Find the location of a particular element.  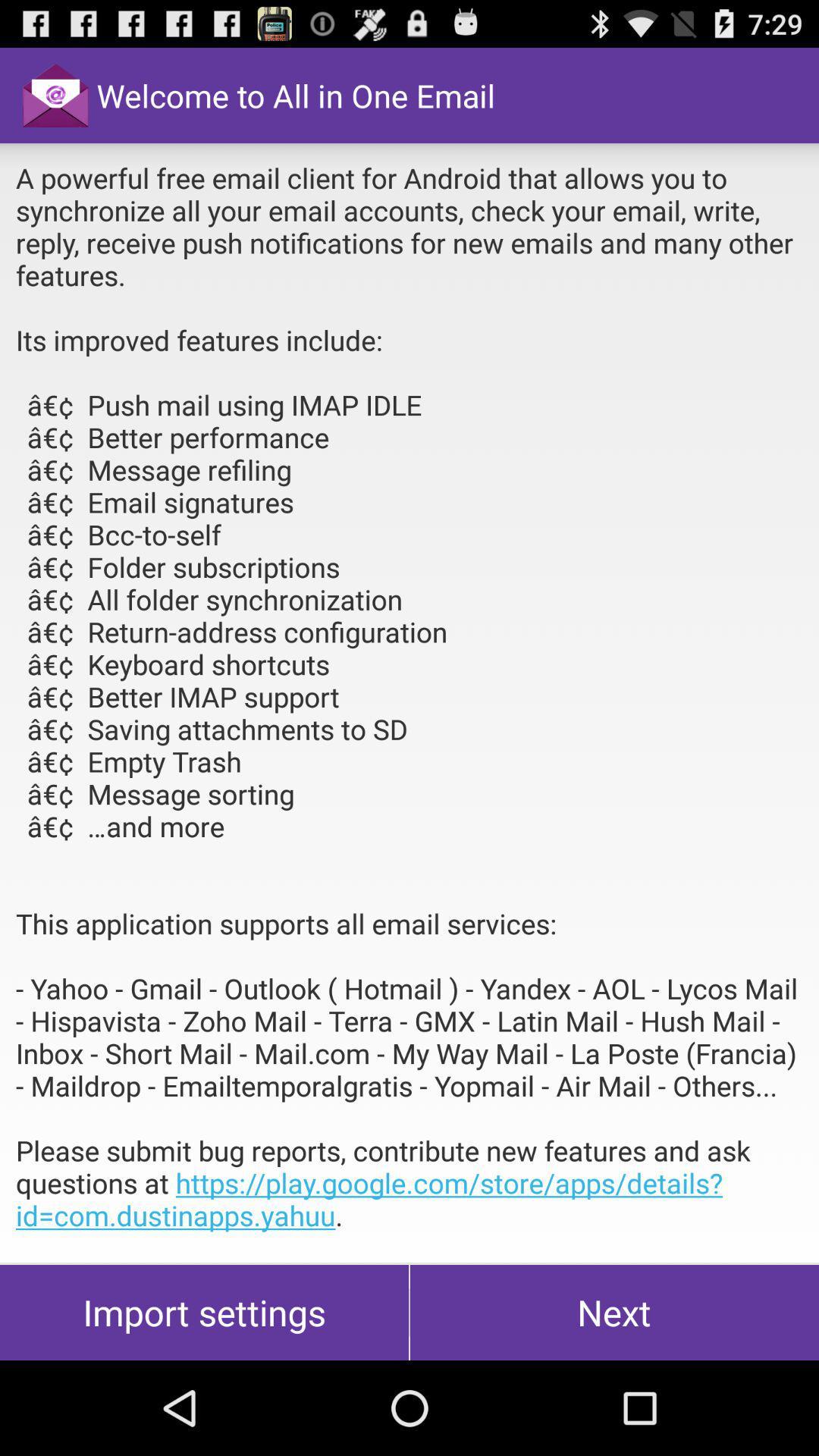

a powerful free is located at coordinates (409, 701).